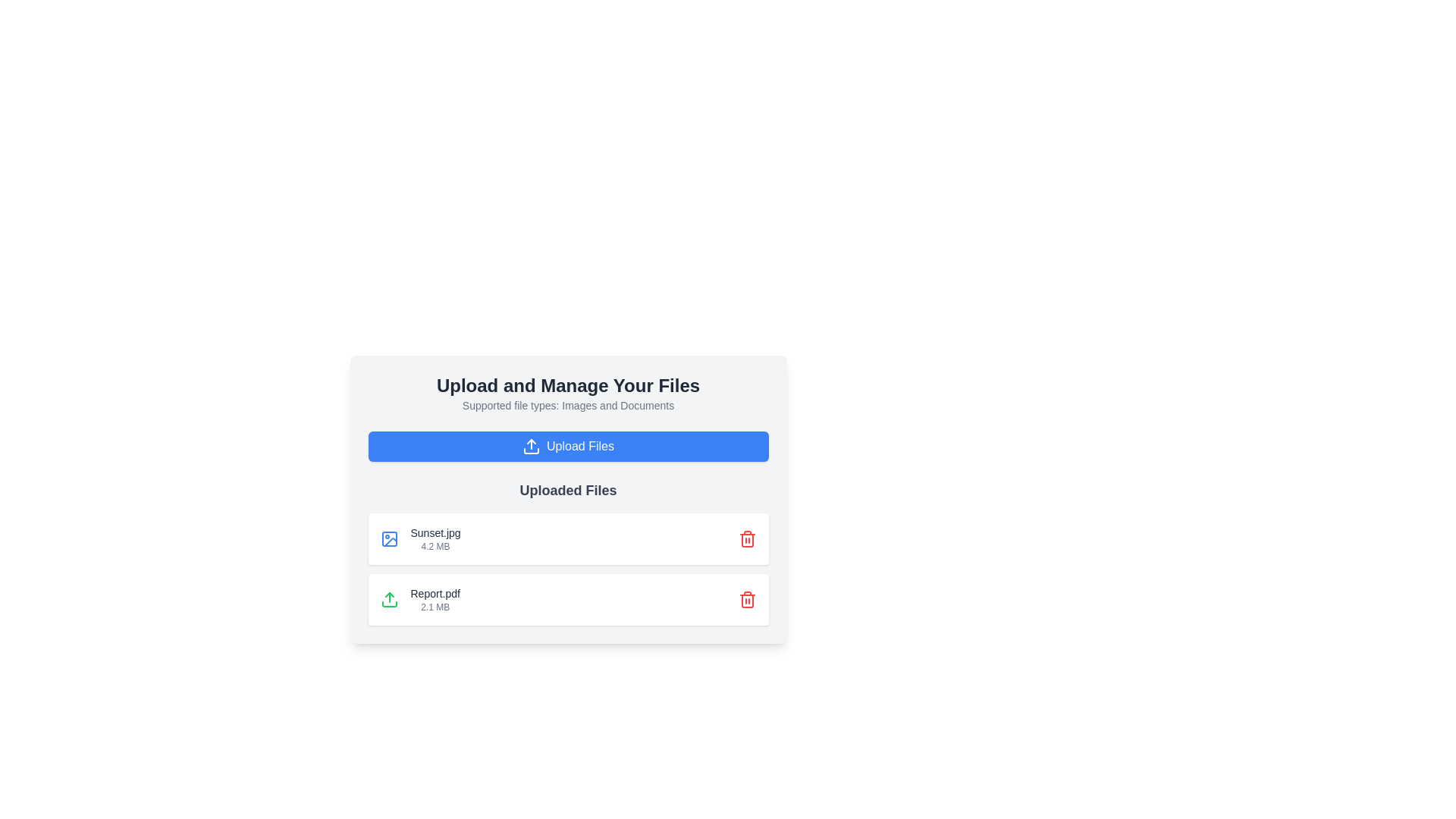  What do you see at coordinates (435, 593) in the screenshot?
I see `the static text label displaying the uploaded file name 'Report.pdf' to indicate the file's identity` at bounding box center [435, 593].